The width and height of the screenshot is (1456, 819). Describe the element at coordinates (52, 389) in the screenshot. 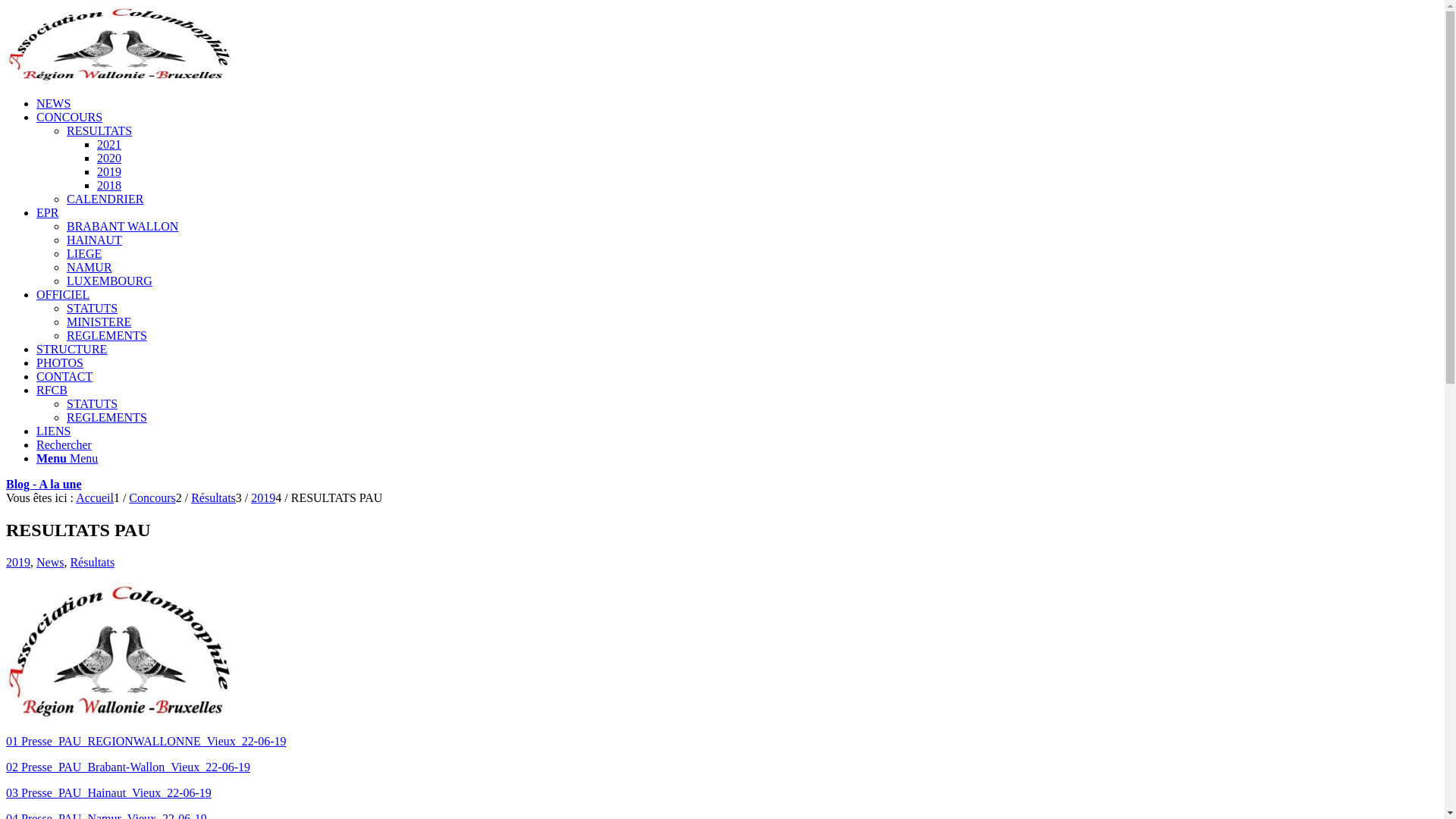

I see `'RFCB'` at that location.